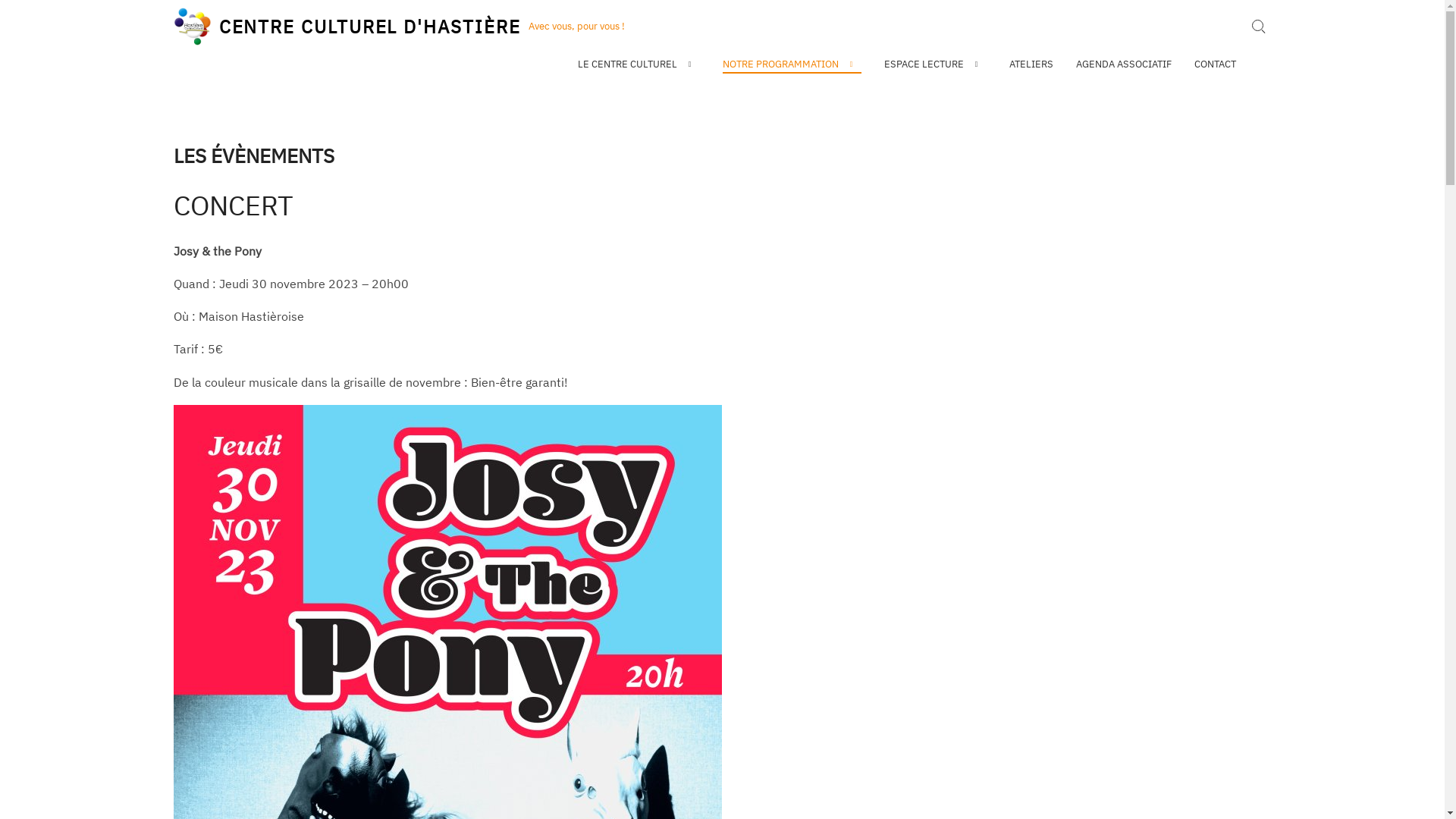 This screenshot has height=819, width=1456. Describe the element at coordinates (791, 64) in the screenshot. I see `'NOTRE PROGRAMMATION'` at that location.